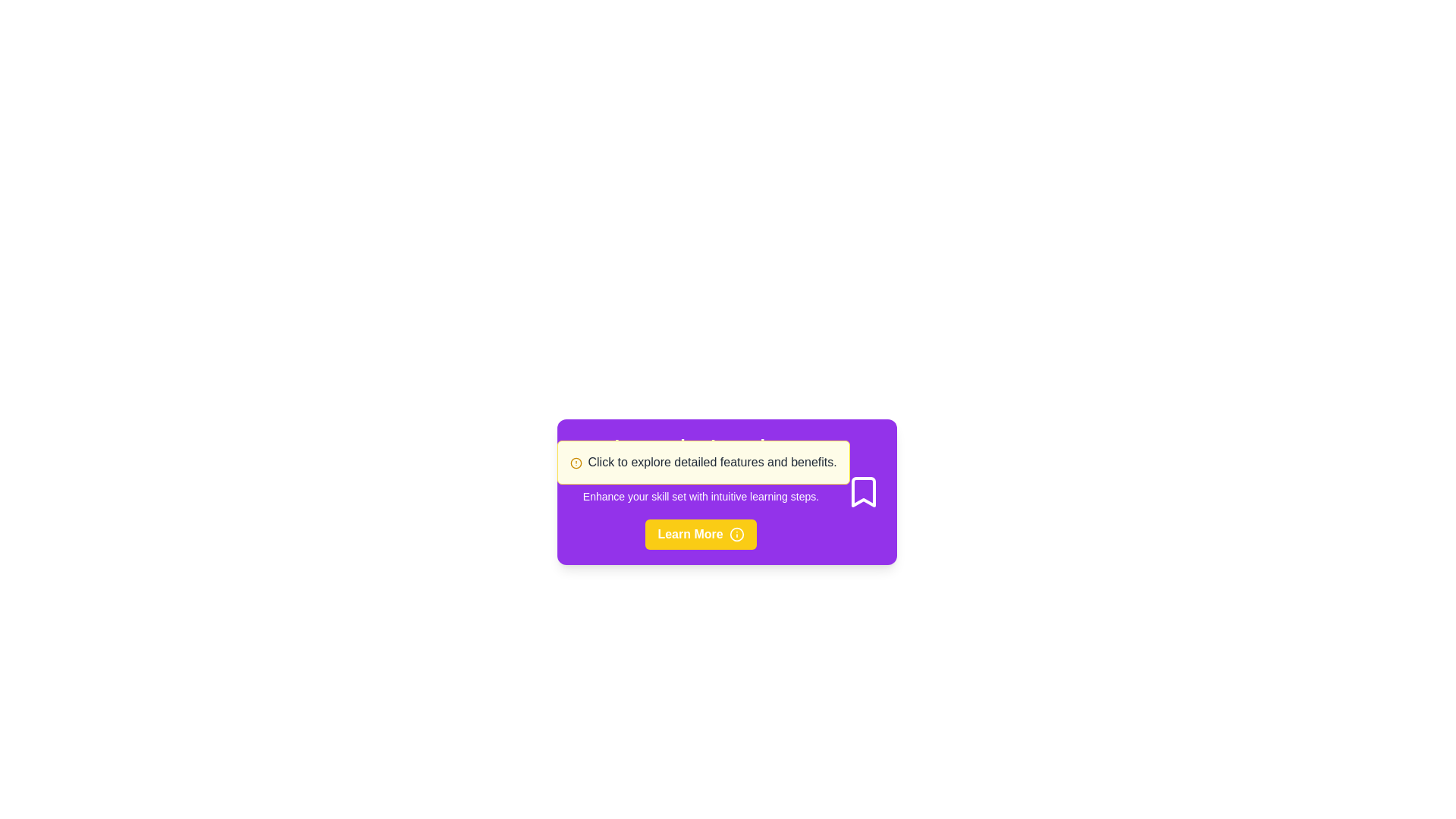 The width and height of the screenshot is (1456, 819). I want to click on the circular element within the SVG graphic that is part of the information icon, located at the center of the SVG, so click(736, 534).